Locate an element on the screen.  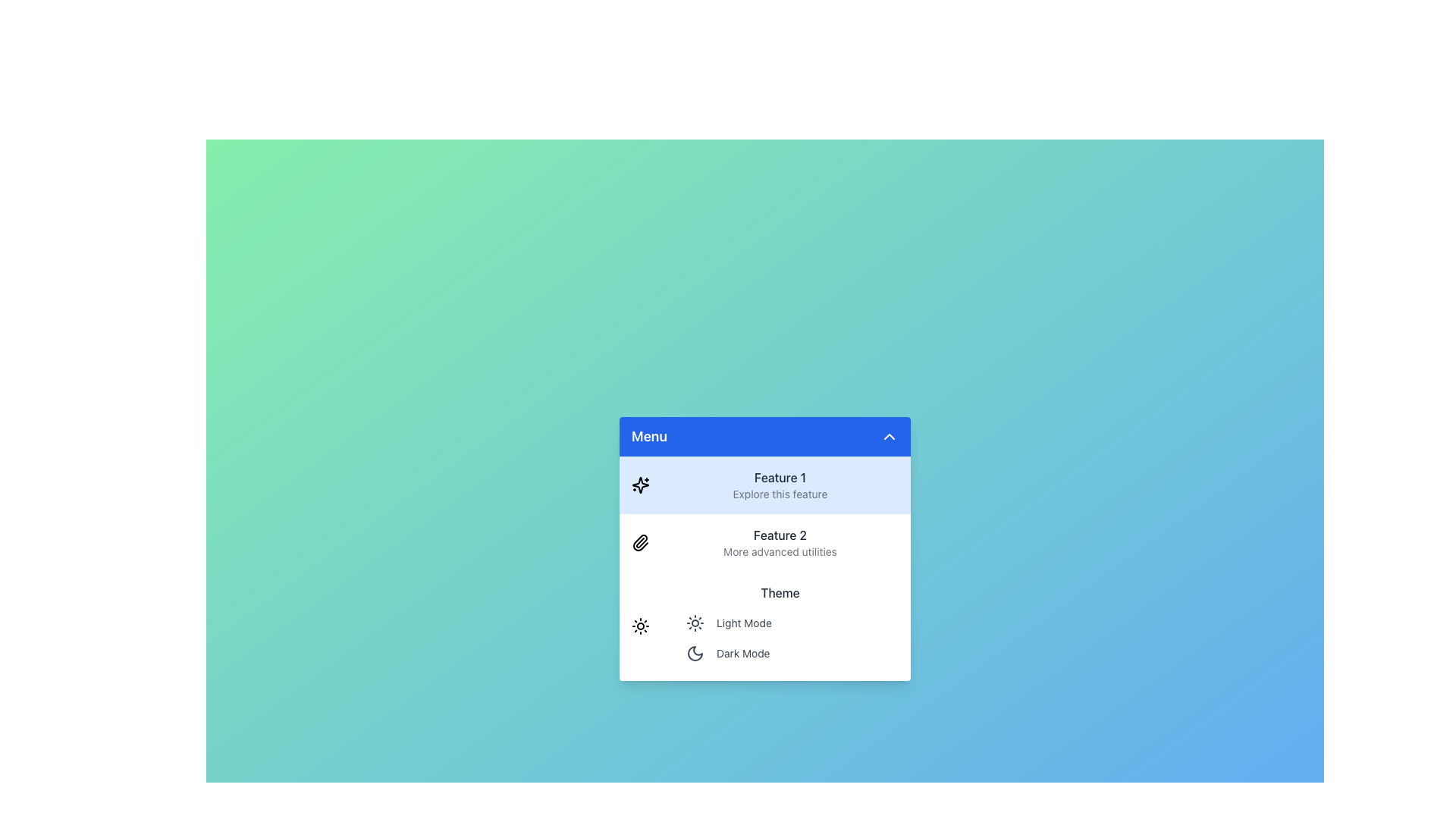
the 'Light Mode' text label located under the 'Theme' label in the menu section, adjacent to the sun icon is located at coordinates (744, 623).